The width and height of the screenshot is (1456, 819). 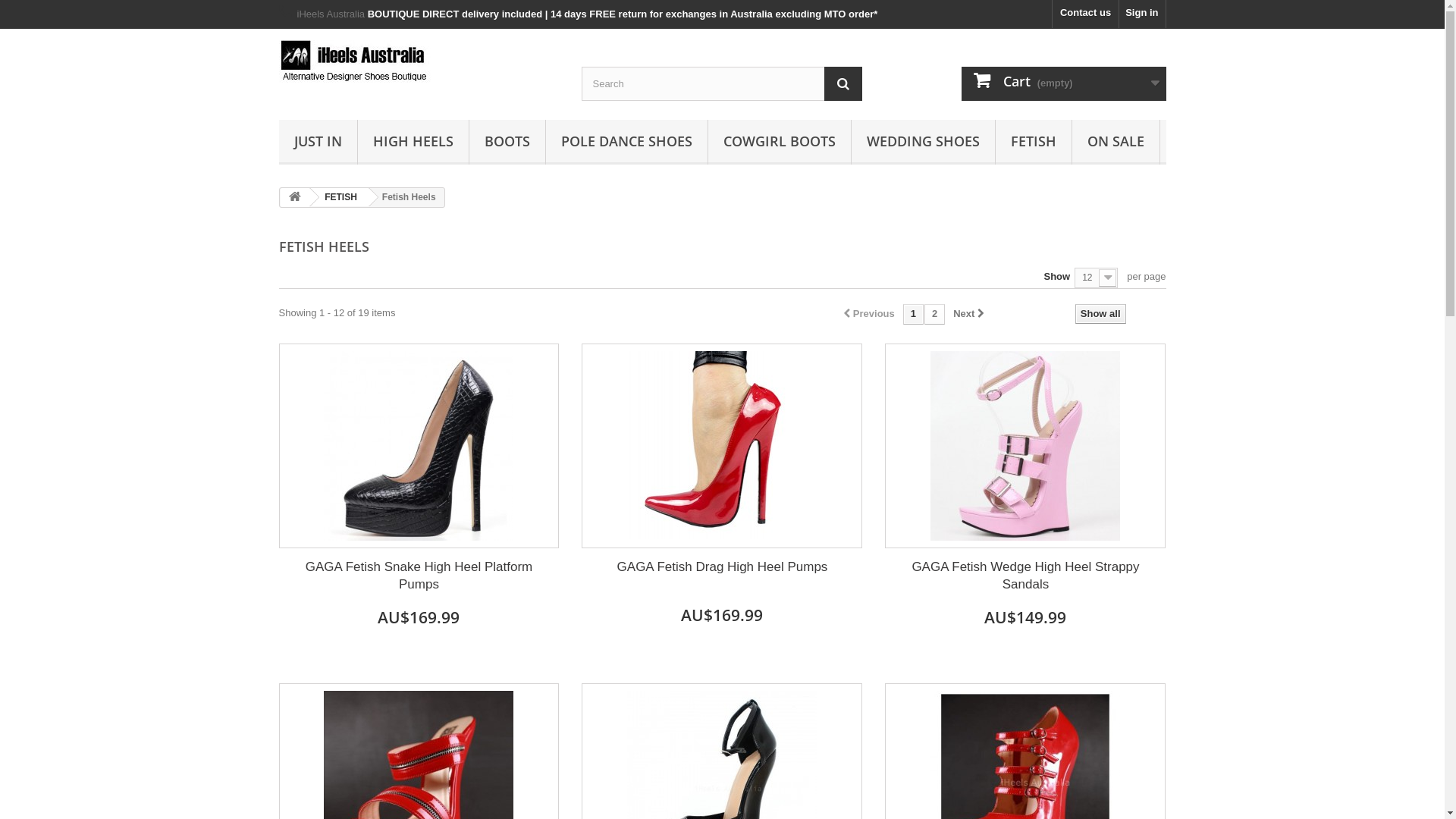 I want to click on 'BOOTS', so click(x=506, y=142).